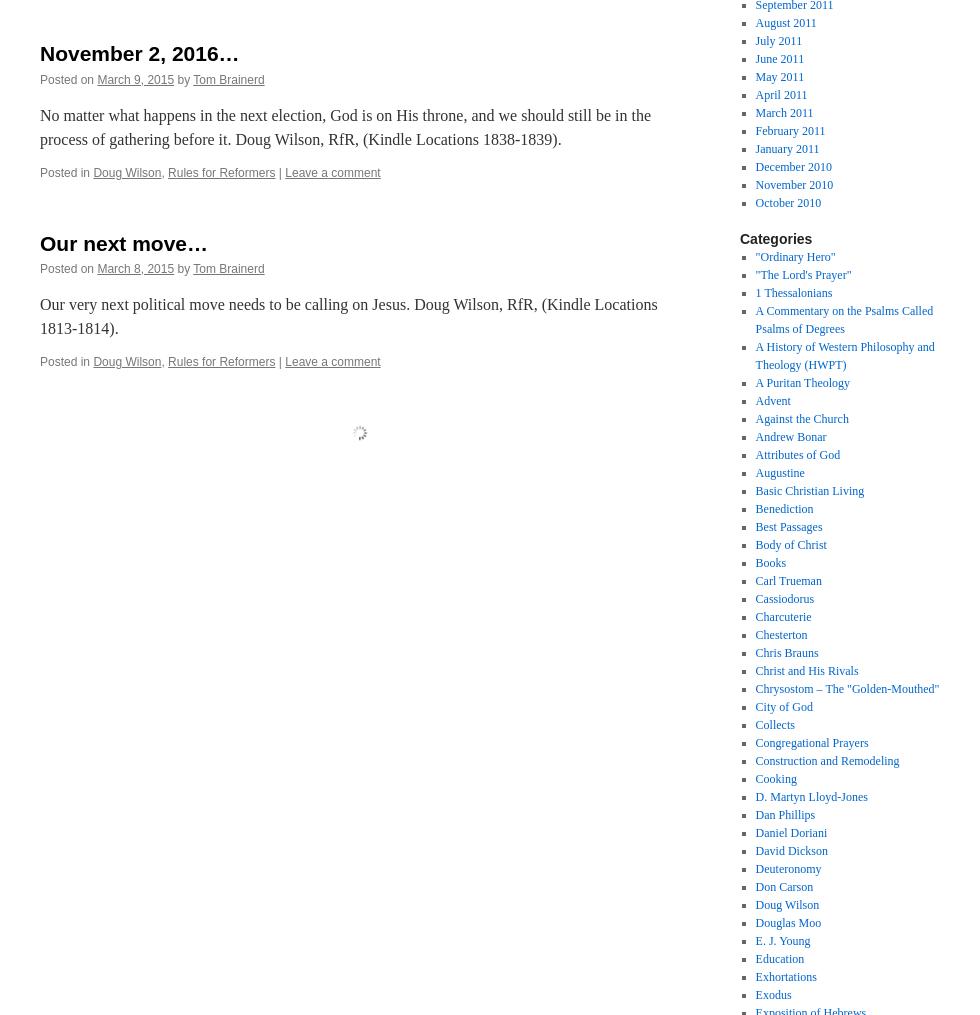 The image size is (980, 1015). Describe the element at coordinates (775, 239) in the screenshot. I see `'Categories'` at that location.